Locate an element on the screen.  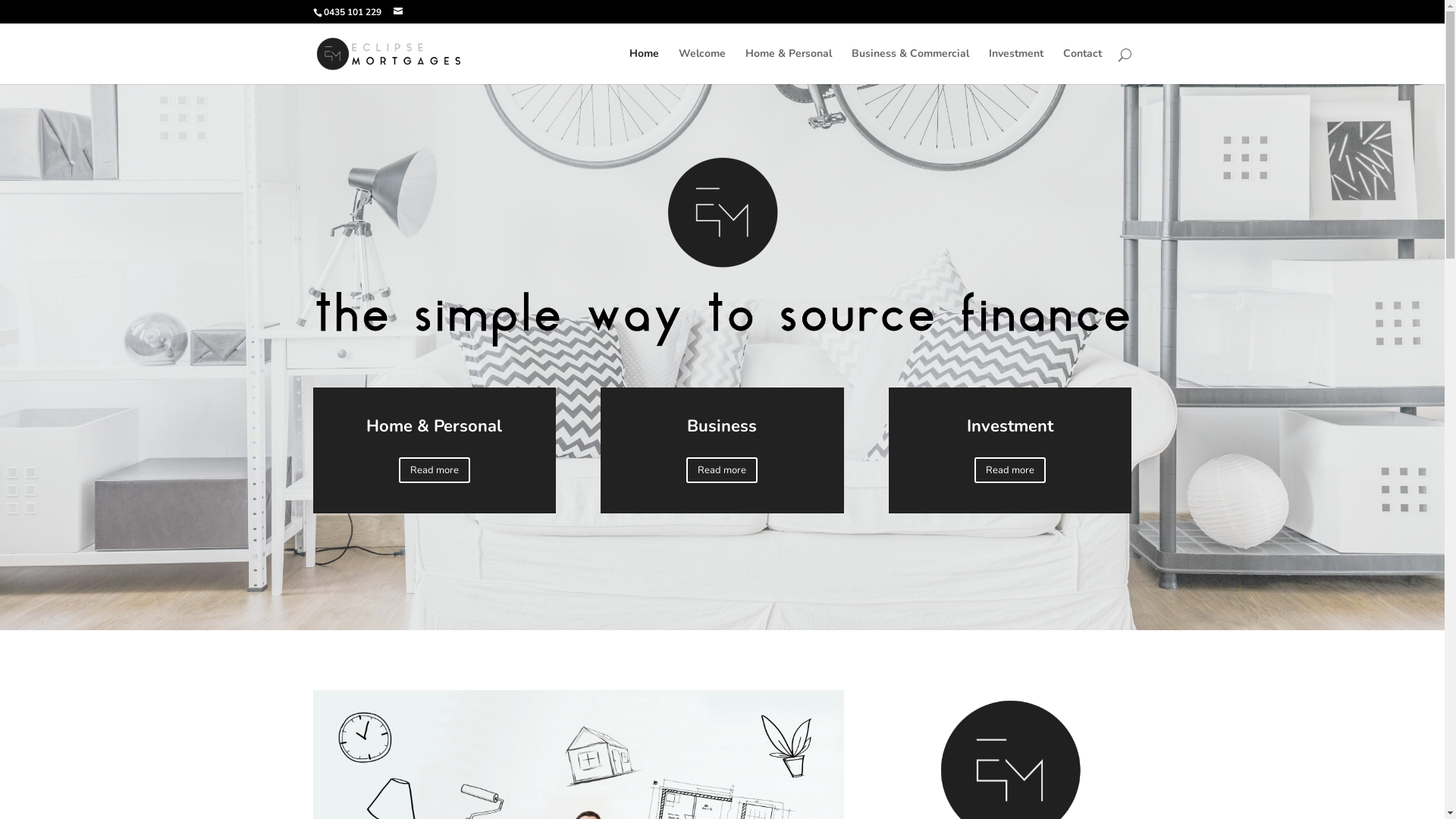
'Welcome' is located at coordinates (701, 65).